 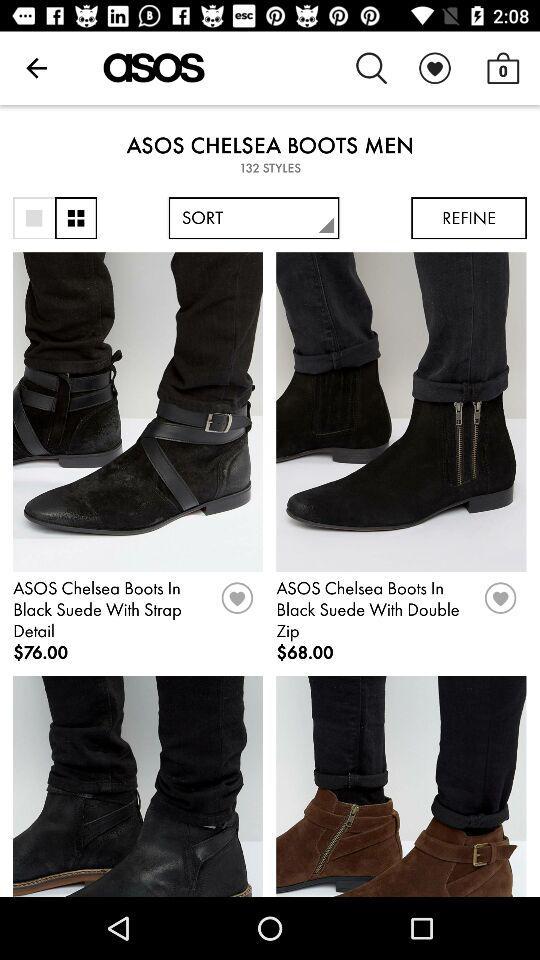 What do you see at coordinates (237, 604) in the screenshot?
I see `like item` at bounding box center [237, 604].